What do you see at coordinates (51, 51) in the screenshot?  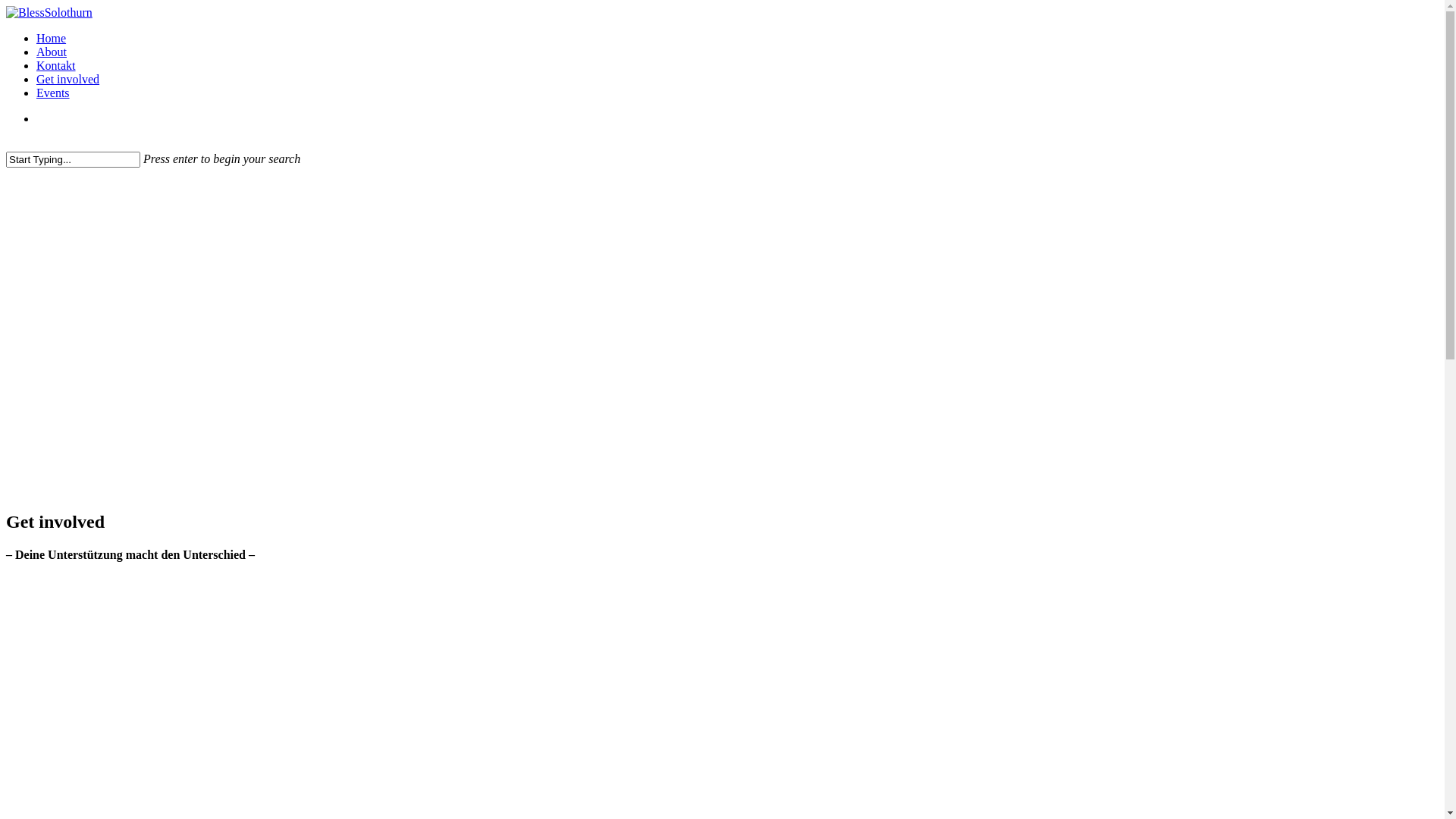 I see `'About'` at bounding box center [51, 51].